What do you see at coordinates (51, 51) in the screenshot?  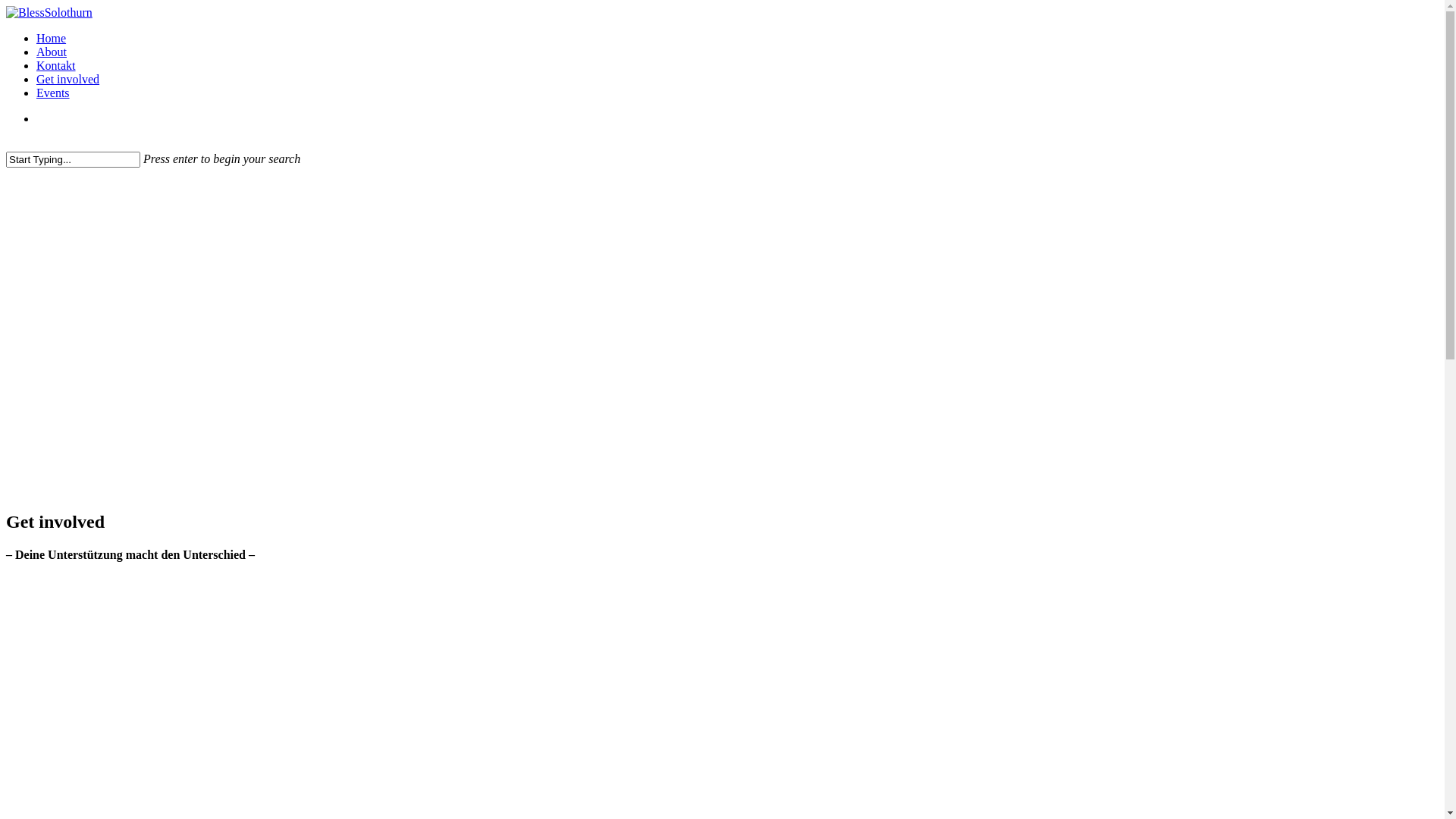 I see `'About'` at bounding box center [51, 51].